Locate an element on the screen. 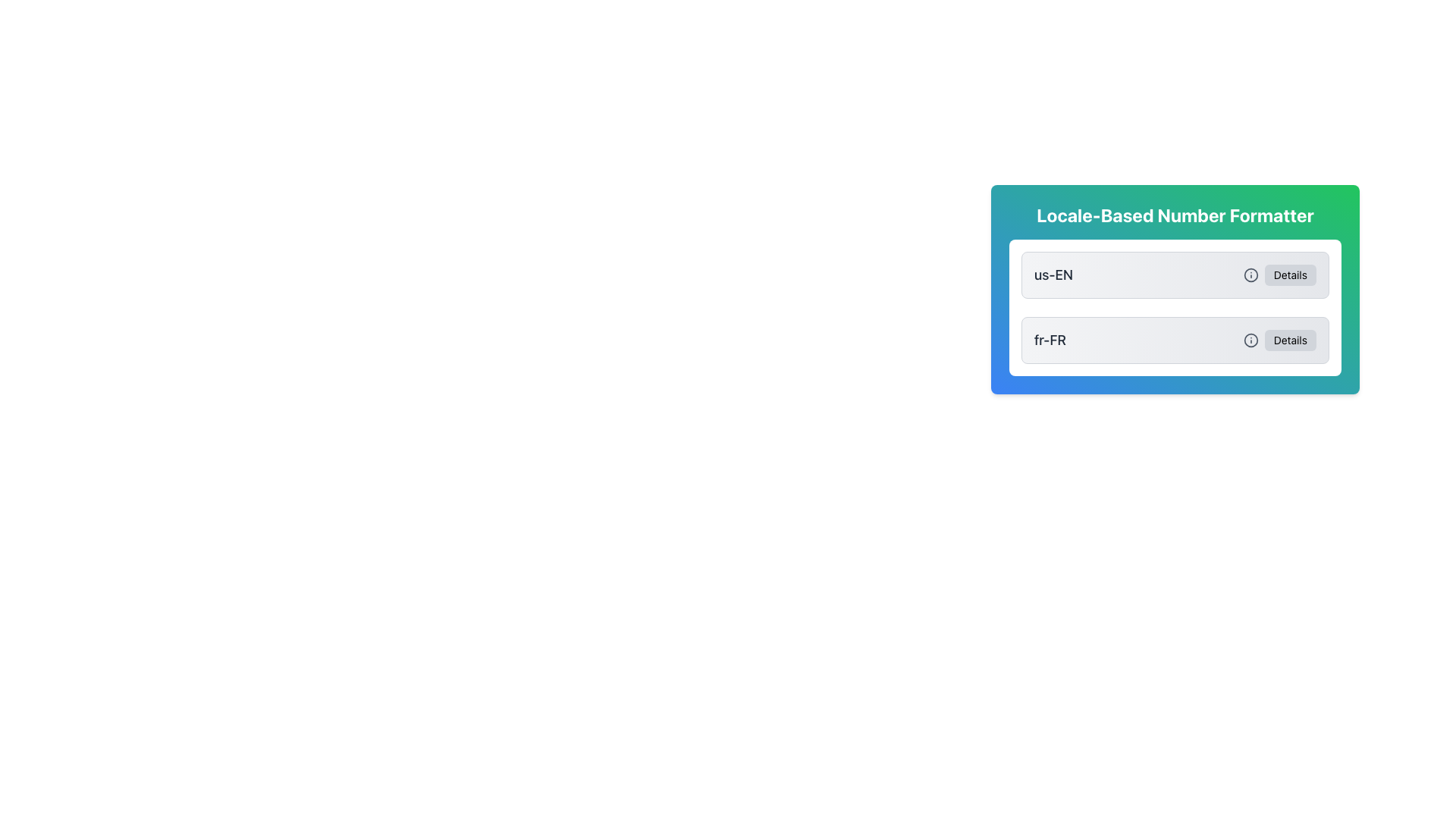 The width and height of the screenshot is (1456, 819). the circular graphic element within the 'Details' button related to the 'fr-FR' locale in the 'Locale-Based Number Formatter' region is located at coordinates (1250, 339).